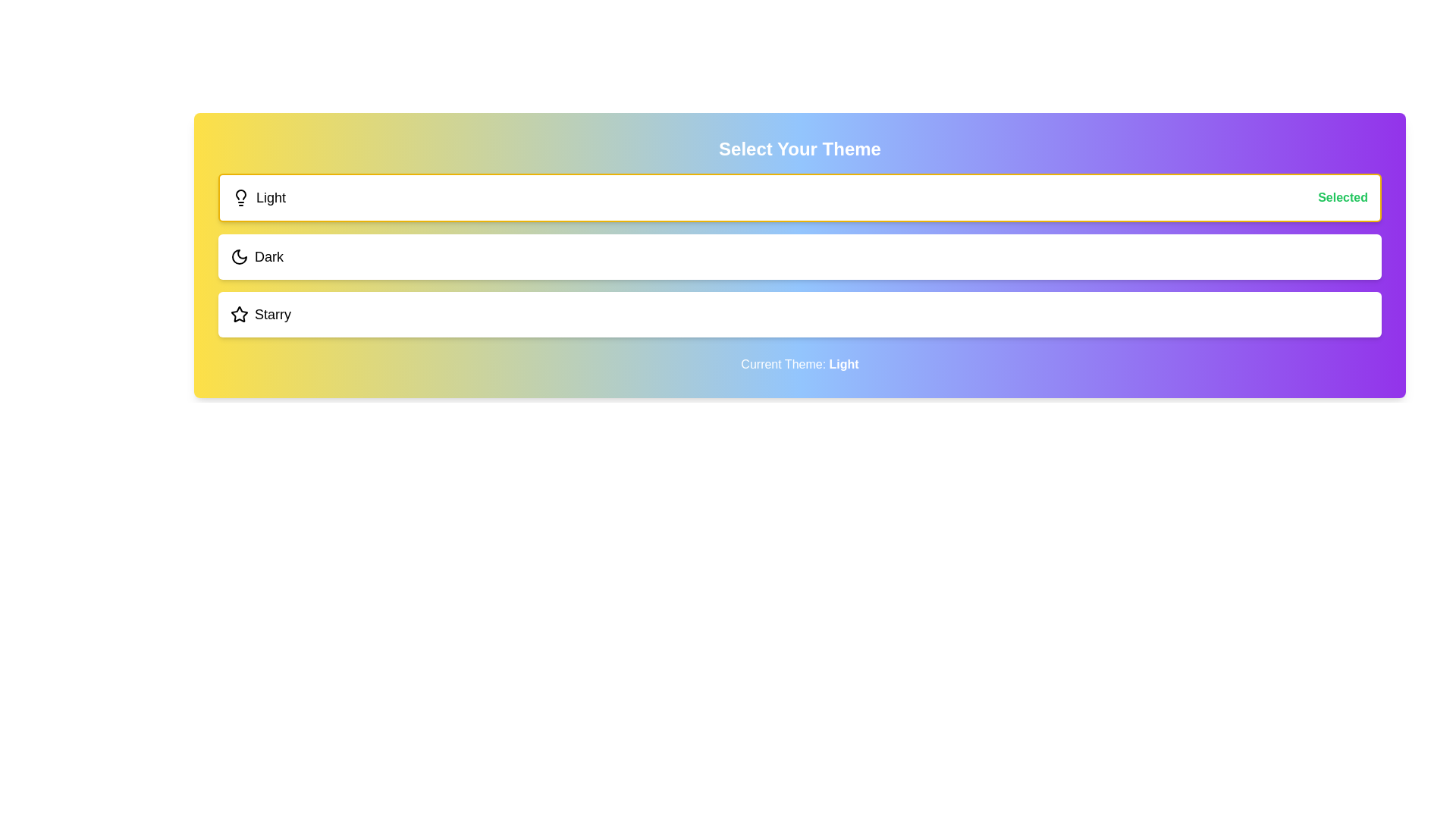 The image size is (1456, 819). Describe the element at coordinates (261, 314) in the screenshot. I see `the theme option Starry to select it` at that location.